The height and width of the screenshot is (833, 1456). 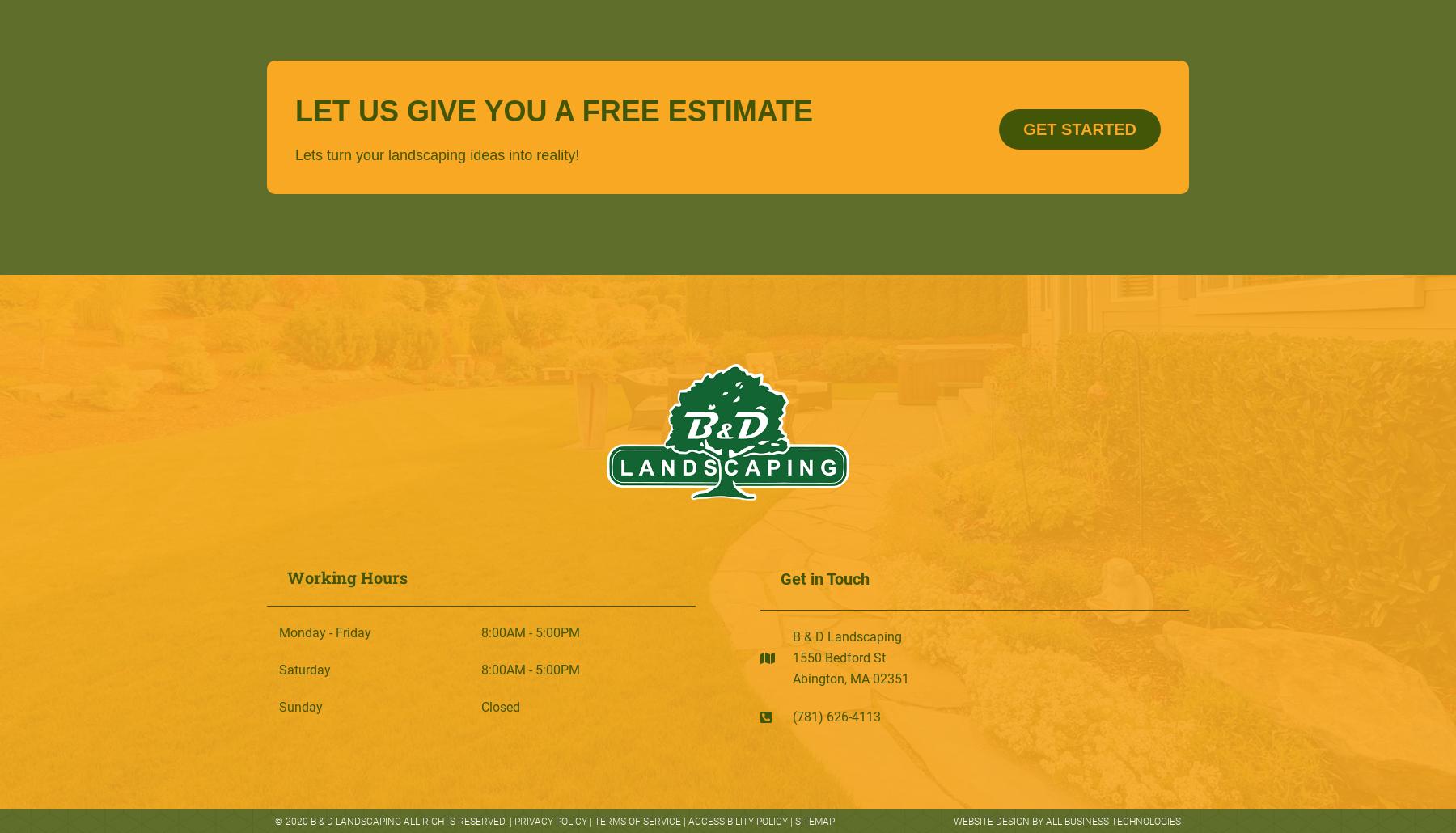 What do you see at coordinates (553, 109) in the screenshot?
I see `'LET US GIVE YOU A FREE ESTIMATE'` at bounding box center [553, 109].